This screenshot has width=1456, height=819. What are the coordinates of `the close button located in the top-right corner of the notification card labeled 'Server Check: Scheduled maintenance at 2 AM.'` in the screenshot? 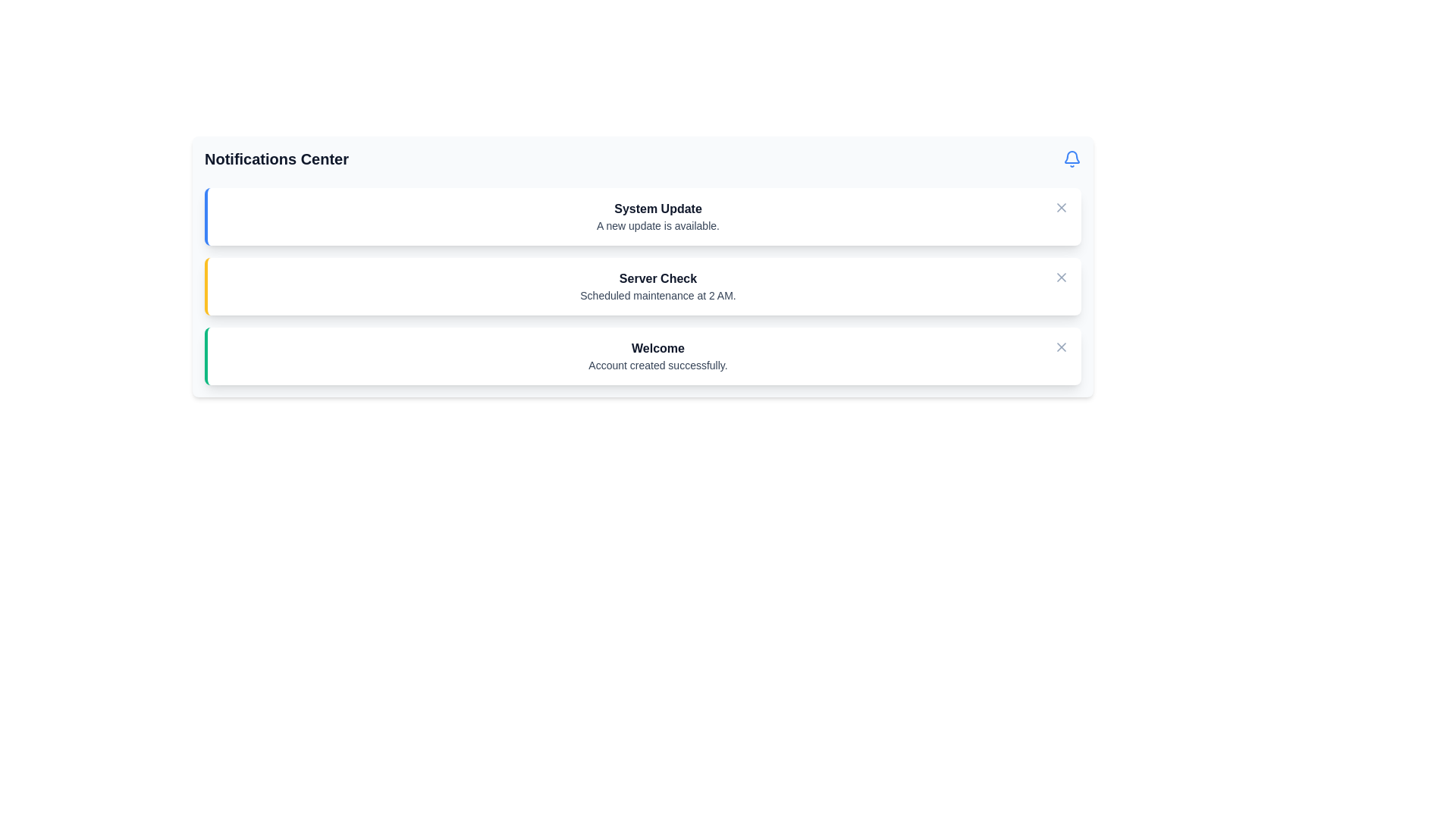 It's located at (1061, 278).